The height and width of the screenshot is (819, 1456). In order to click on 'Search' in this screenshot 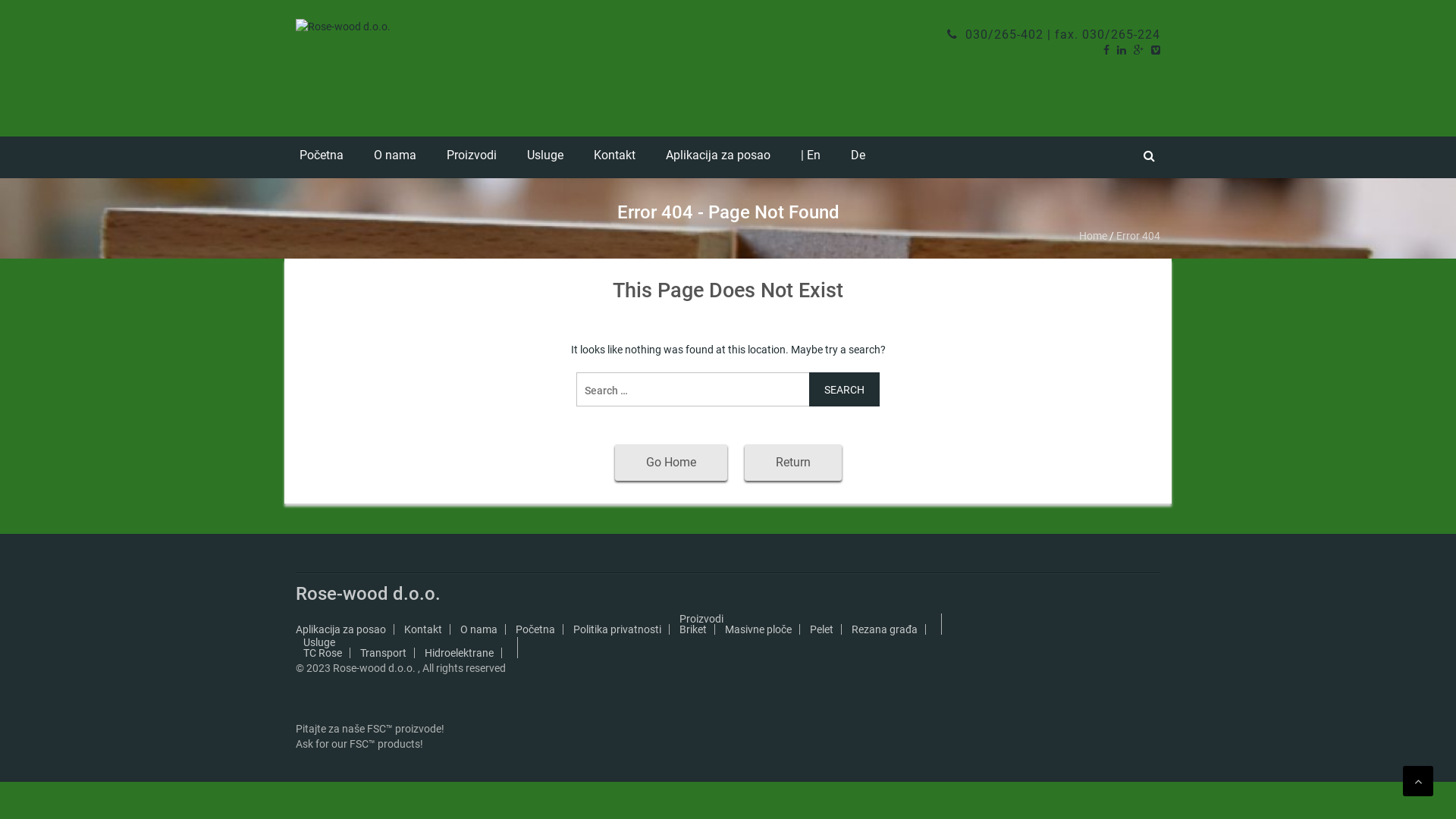, I will do `click(843, 388)`.